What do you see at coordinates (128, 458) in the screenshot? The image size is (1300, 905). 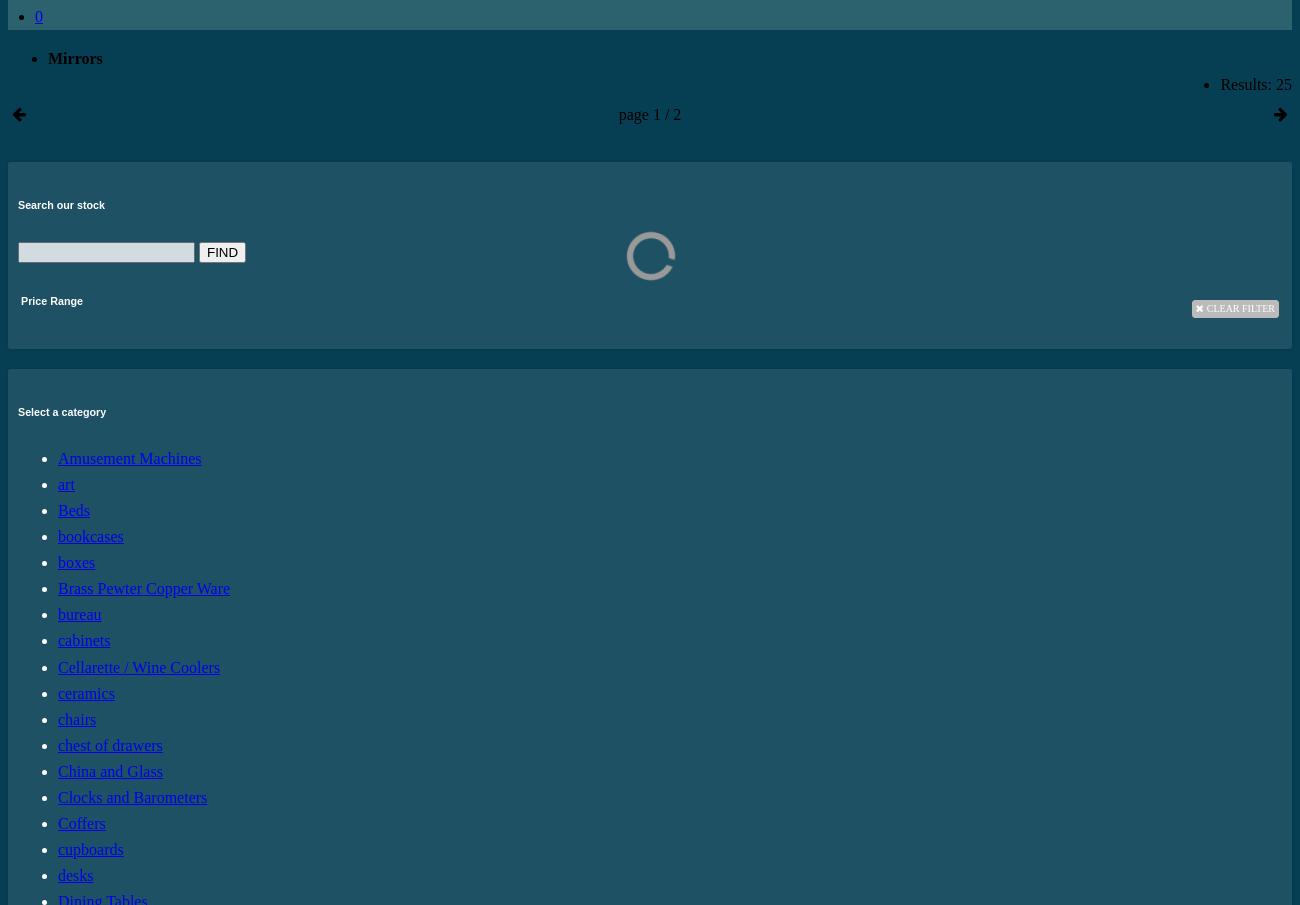 I see `'Amusement Machines'` at bounding box center [128, 458].